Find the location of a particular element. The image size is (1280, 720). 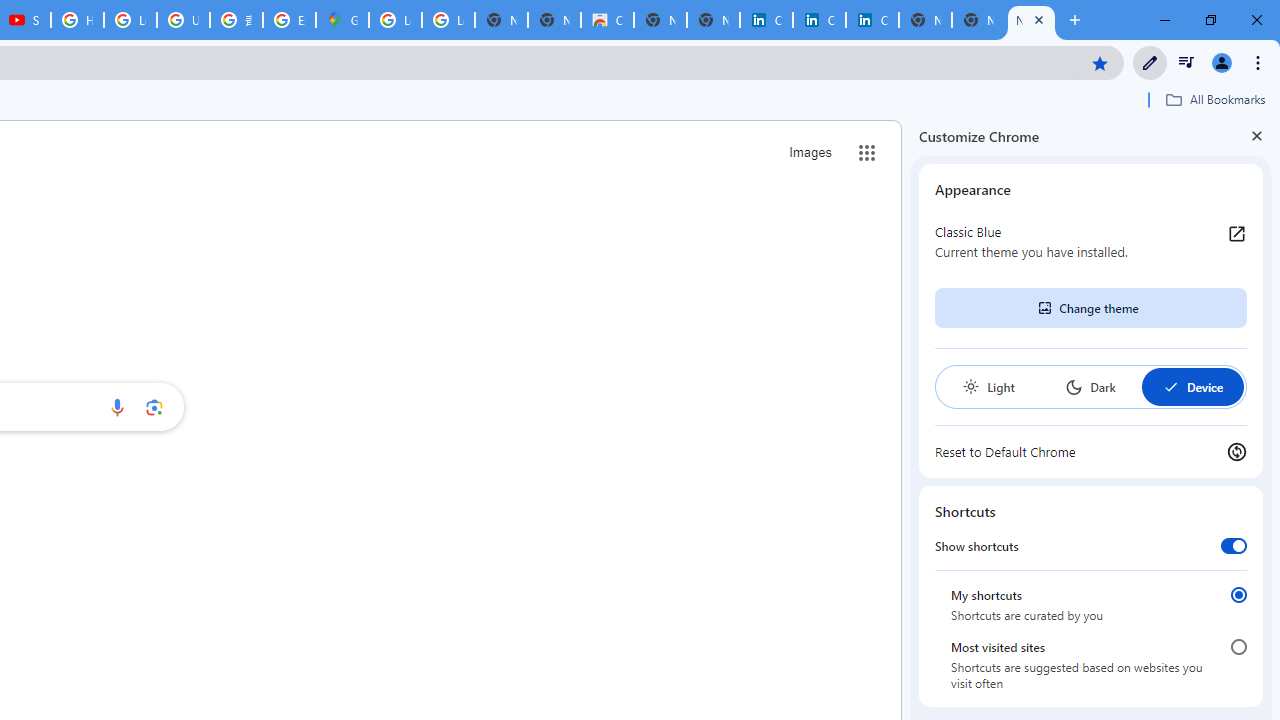

'Cookie Policy | LinkedIn' is located at coordinates (819, 20).